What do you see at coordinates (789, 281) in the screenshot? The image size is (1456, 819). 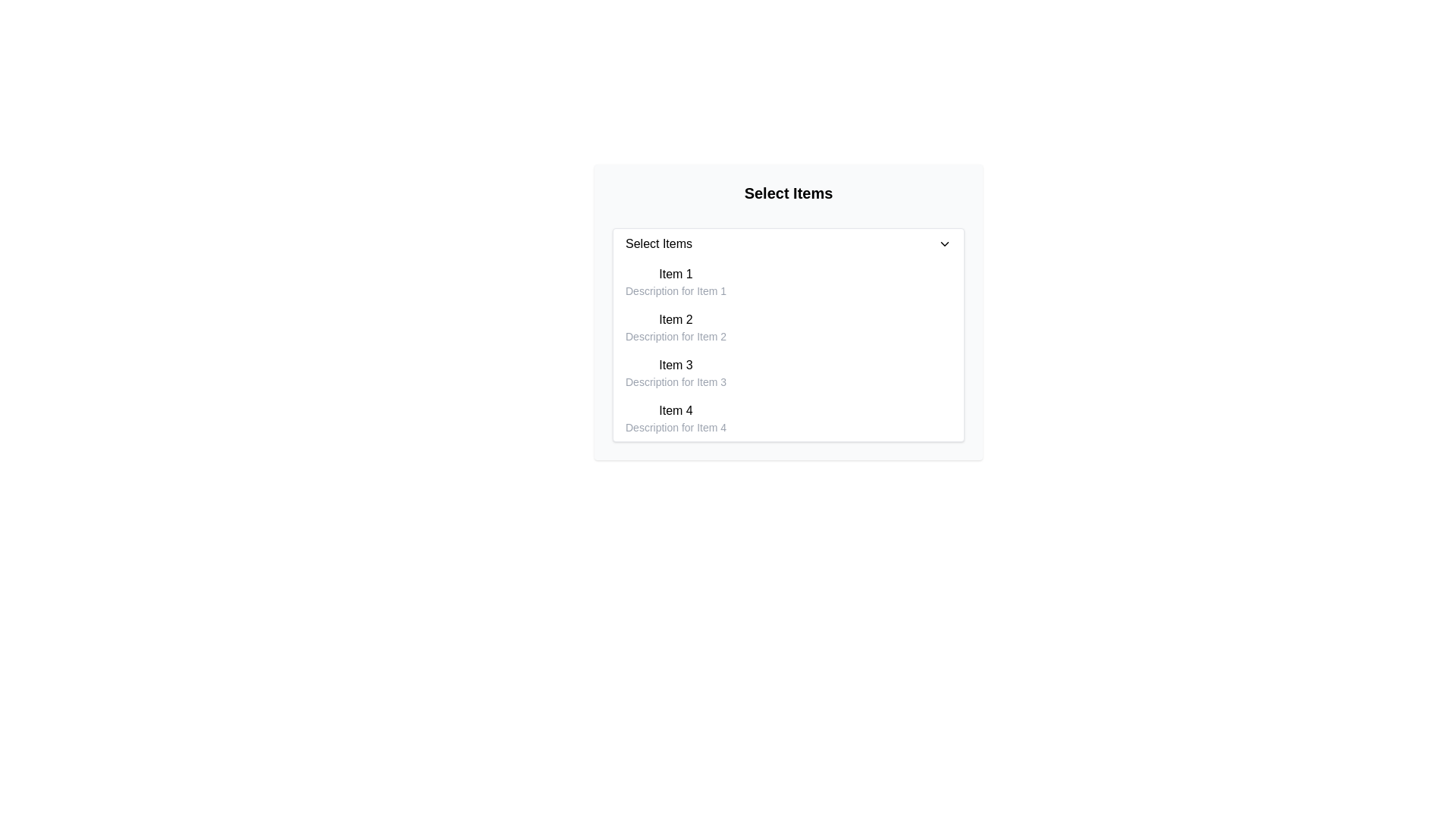 I see `the first item in the dropdown menu` at bounding box center [789, 281].